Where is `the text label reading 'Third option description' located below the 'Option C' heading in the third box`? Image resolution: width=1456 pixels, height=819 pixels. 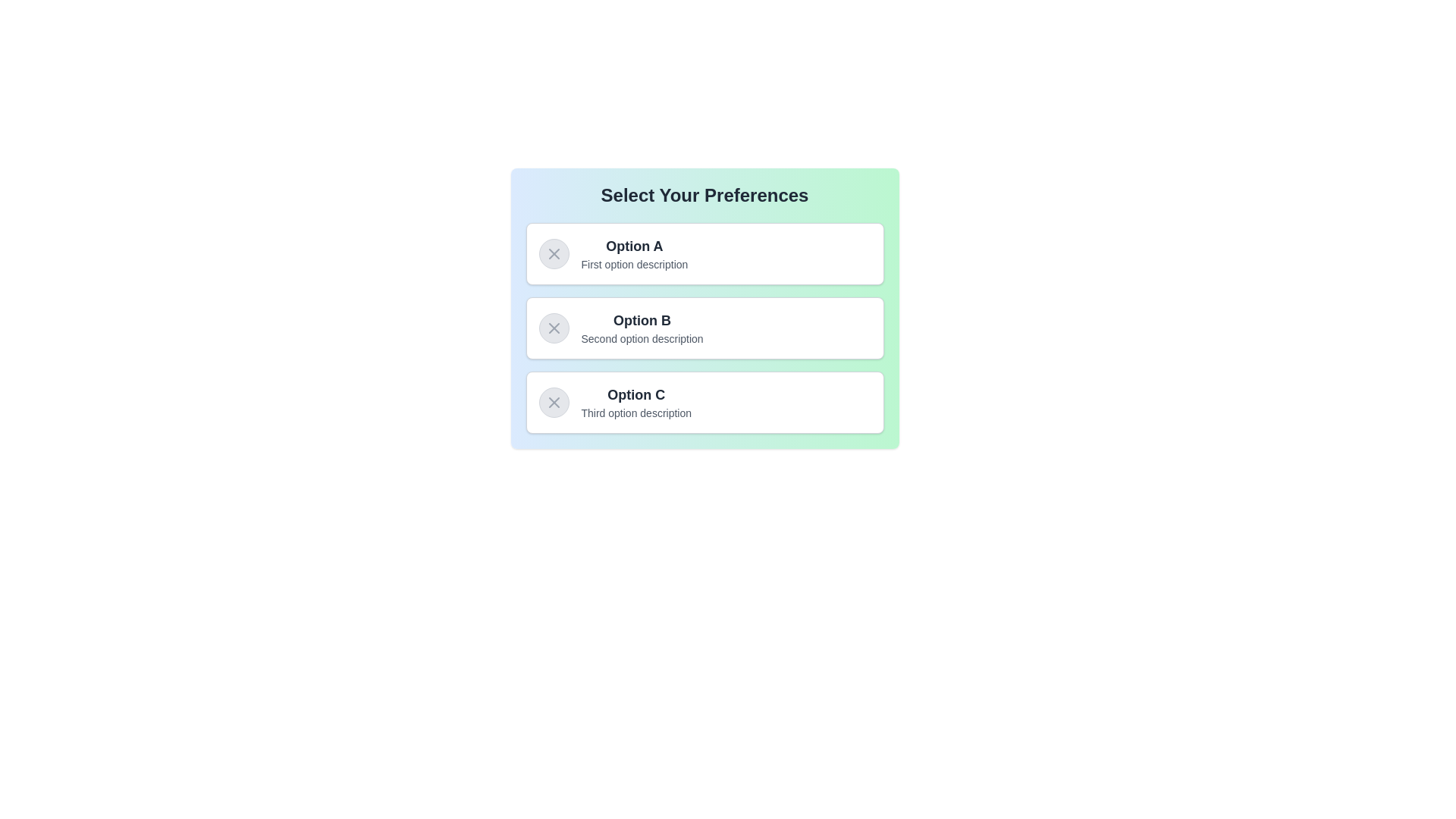
the text label reading 'Third option description' located below the 'Option C' heading in the third box is located at coordinates (636, 413).